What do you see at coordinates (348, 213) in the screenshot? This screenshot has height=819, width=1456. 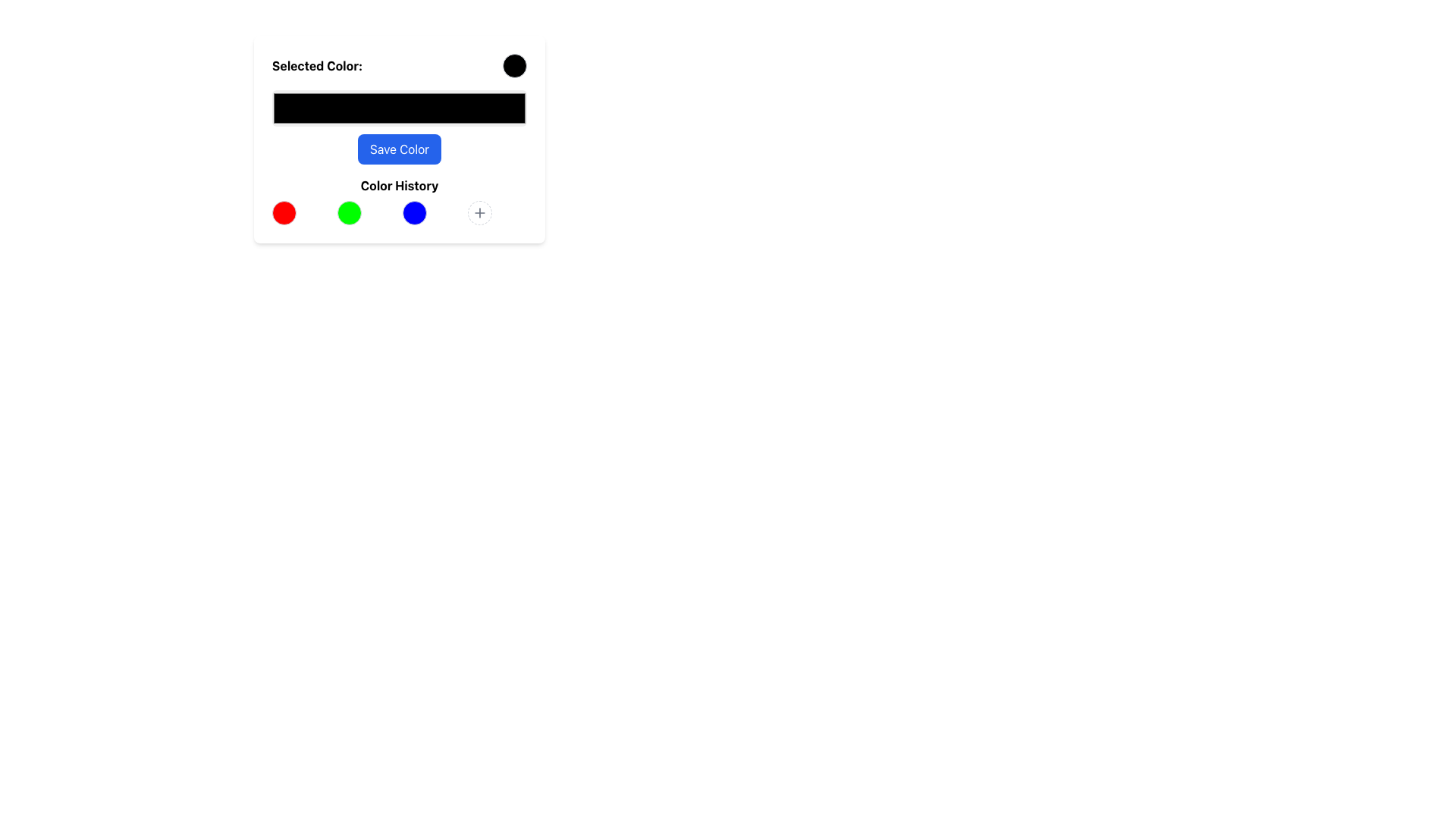 I see `the circular button for green color selection, which is the second item in a horizontal row of four circles located under the label 'Color History'` at bounding box center [348, 213].